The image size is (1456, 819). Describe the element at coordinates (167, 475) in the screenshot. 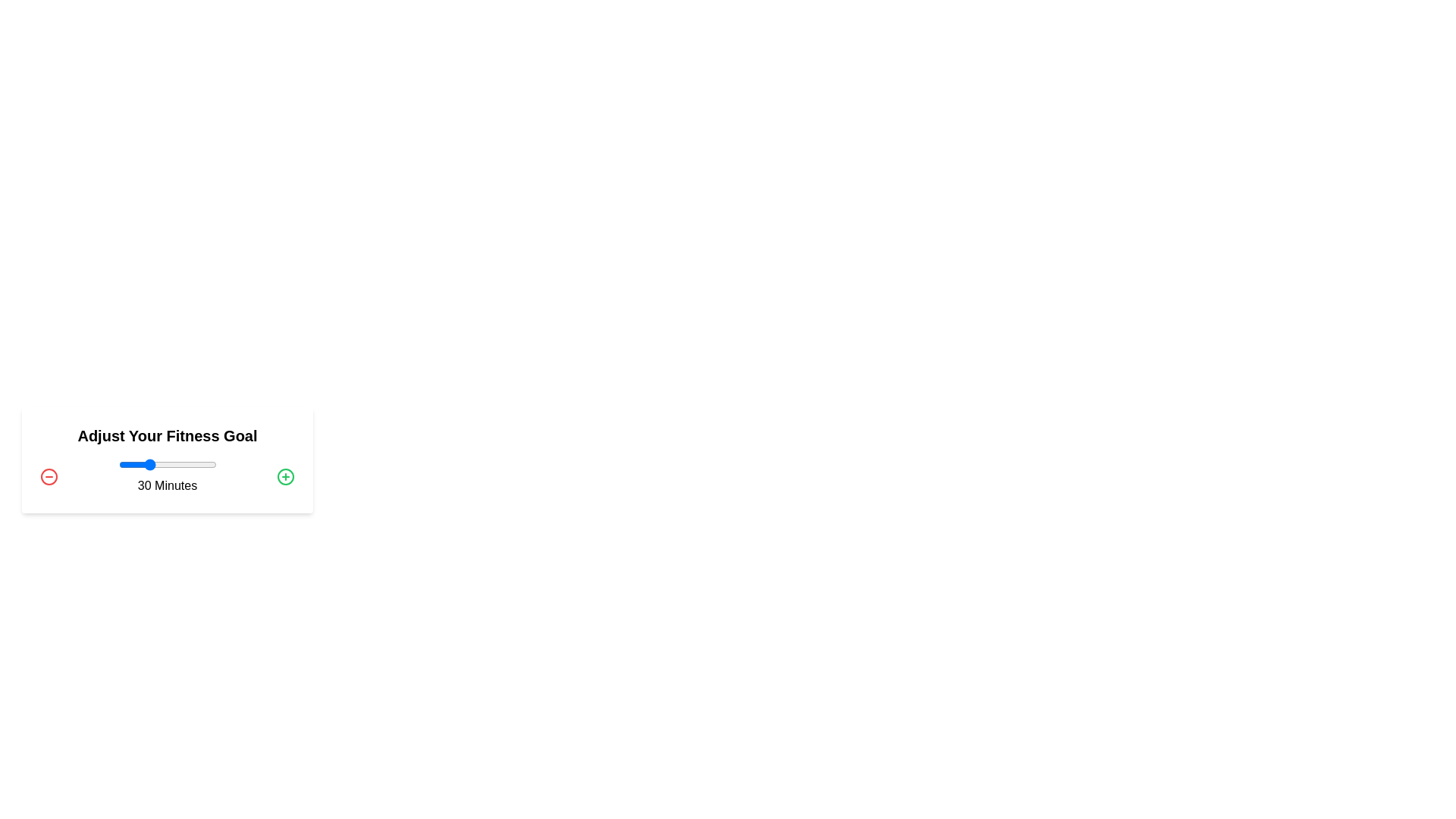

I see `the text label displaying '30 Minutes' located at the bottom of the UI block titled 'Adjust Your Fitness Goal'` at that location.